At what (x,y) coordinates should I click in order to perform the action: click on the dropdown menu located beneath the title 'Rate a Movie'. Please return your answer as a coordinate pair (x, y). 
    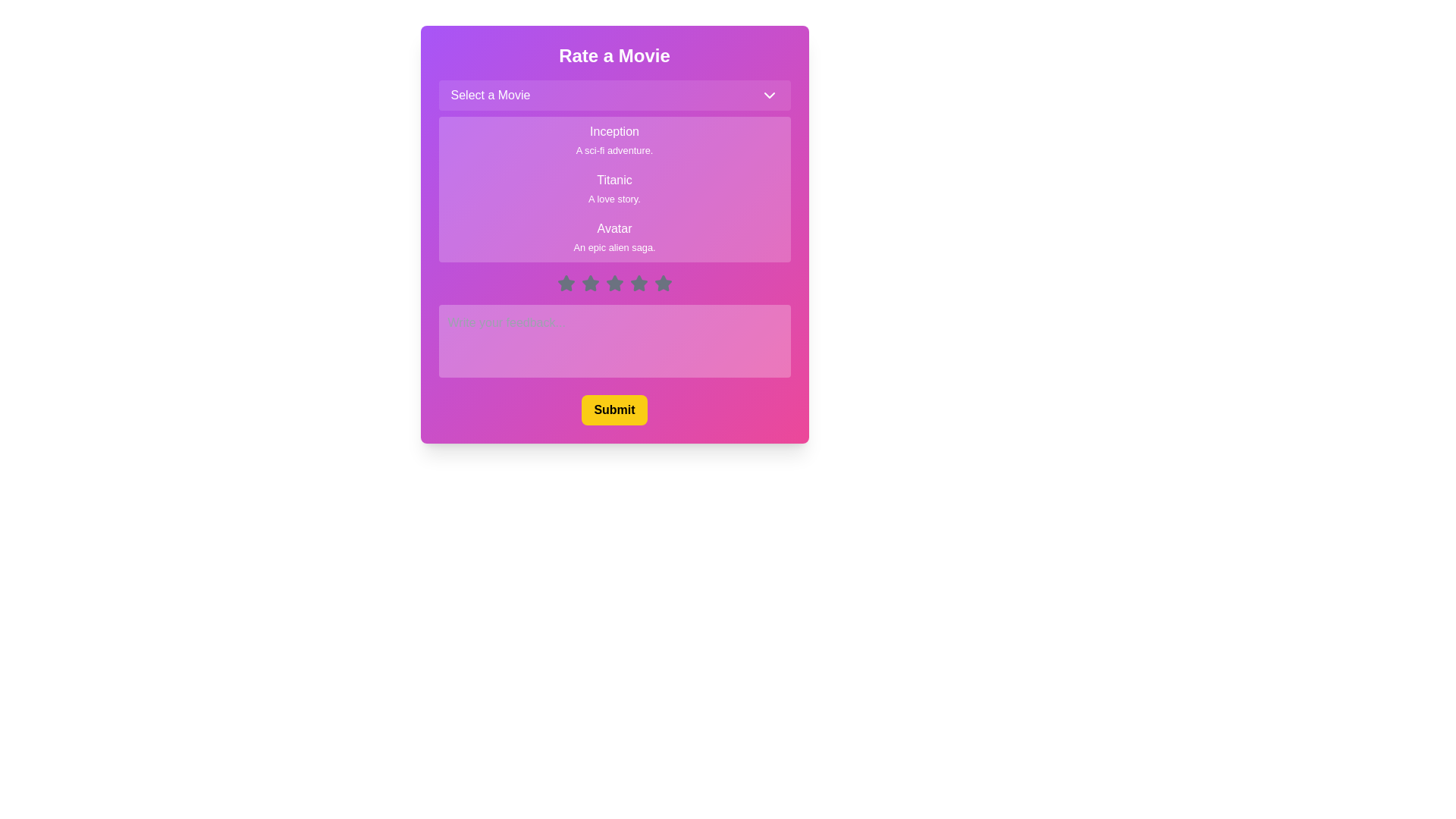
    Looking at the image, I should click on (614, 96).